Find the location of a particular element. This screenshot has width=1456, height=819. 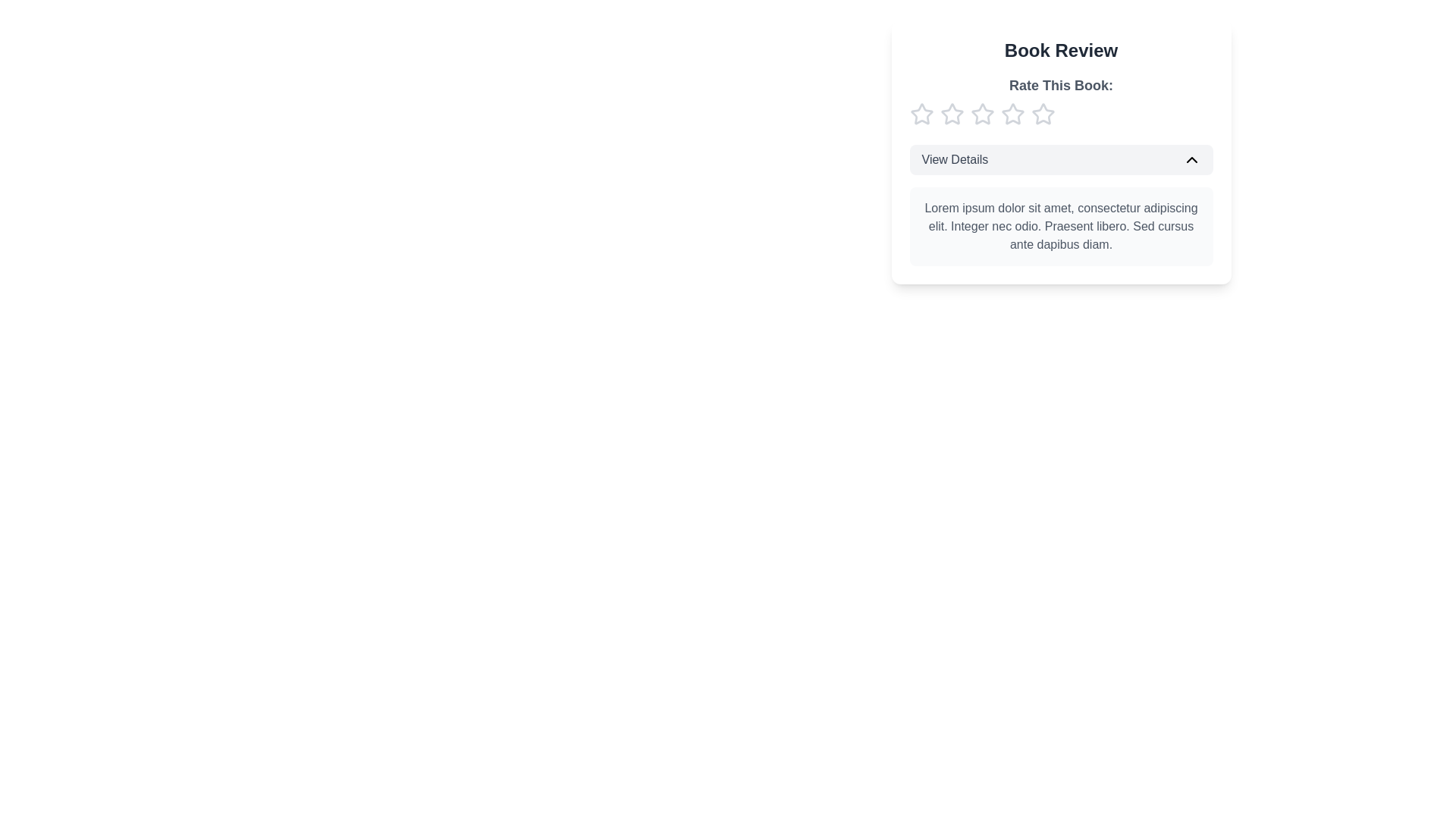

the toggle button located beneath the star rating icons is located at coordinates (1060, 152).